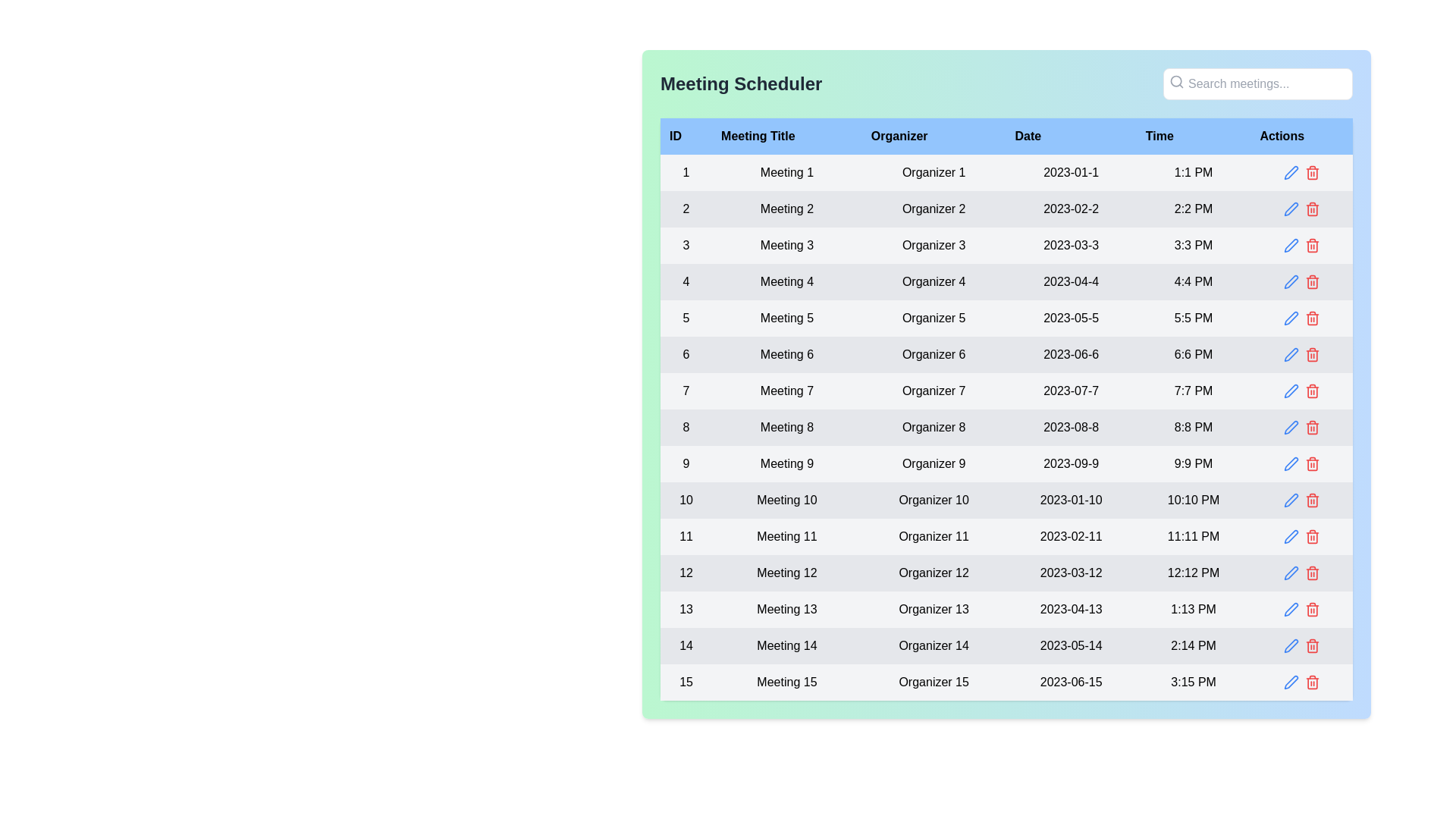  I want to click on text label displaying the date for 'Meeting 11' in the 'Date' column of the table, so click(1070, 536).